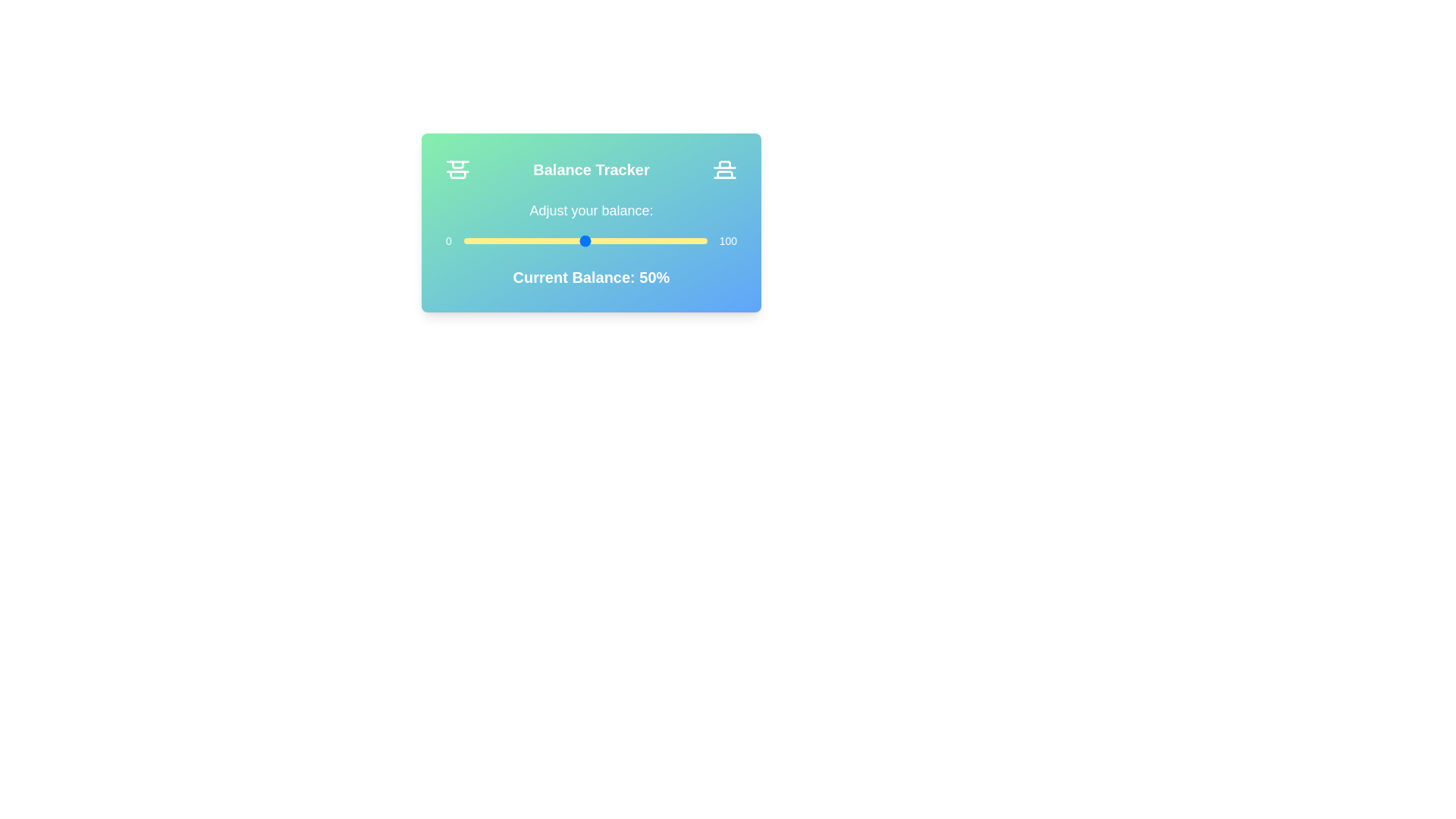  I want to click on the right icon in the BalanceTracker component, so click(723, 169).